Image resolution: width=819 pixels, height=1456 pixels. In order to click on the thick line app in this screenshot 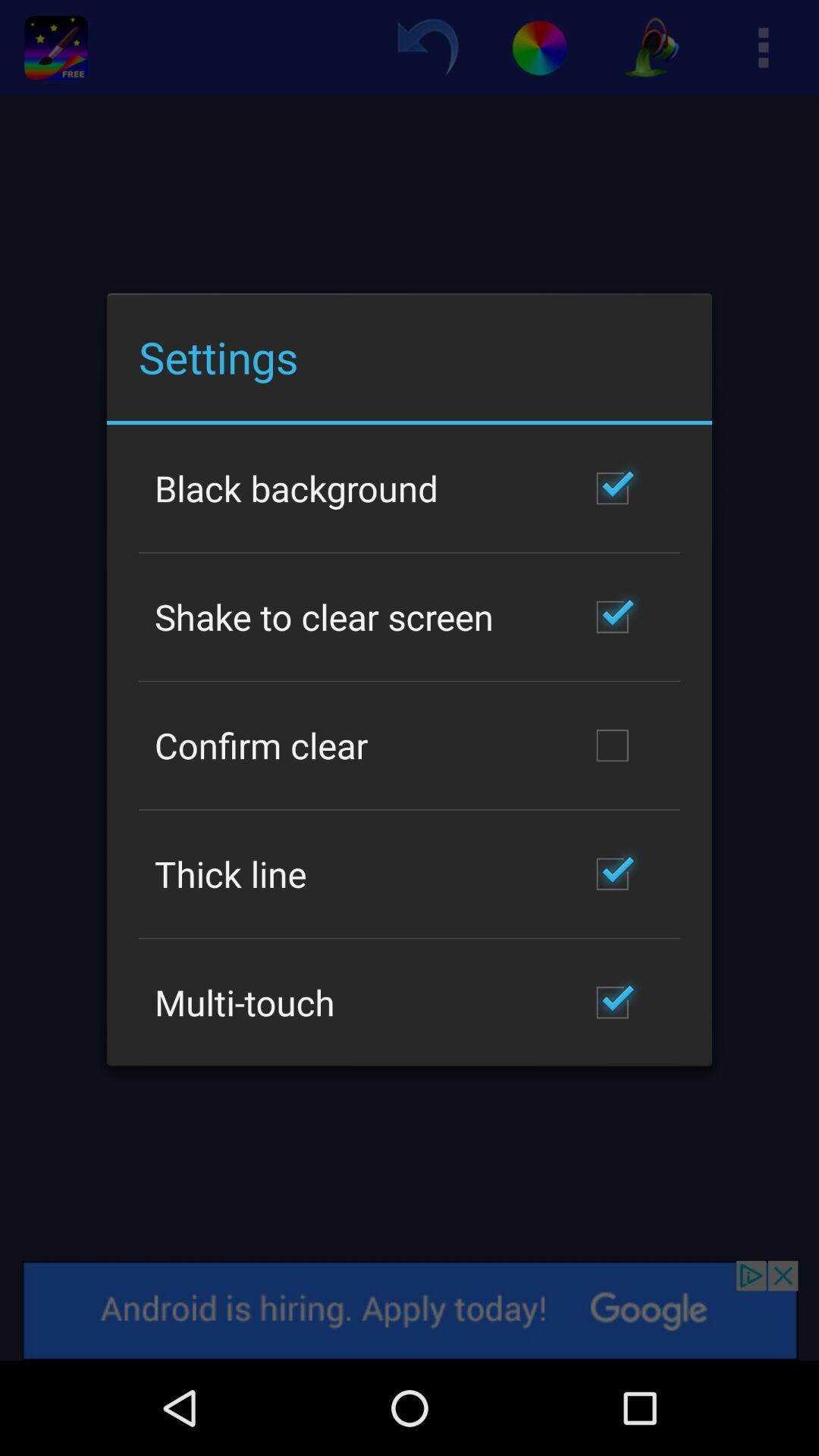, I will do `click(231, 874)`.